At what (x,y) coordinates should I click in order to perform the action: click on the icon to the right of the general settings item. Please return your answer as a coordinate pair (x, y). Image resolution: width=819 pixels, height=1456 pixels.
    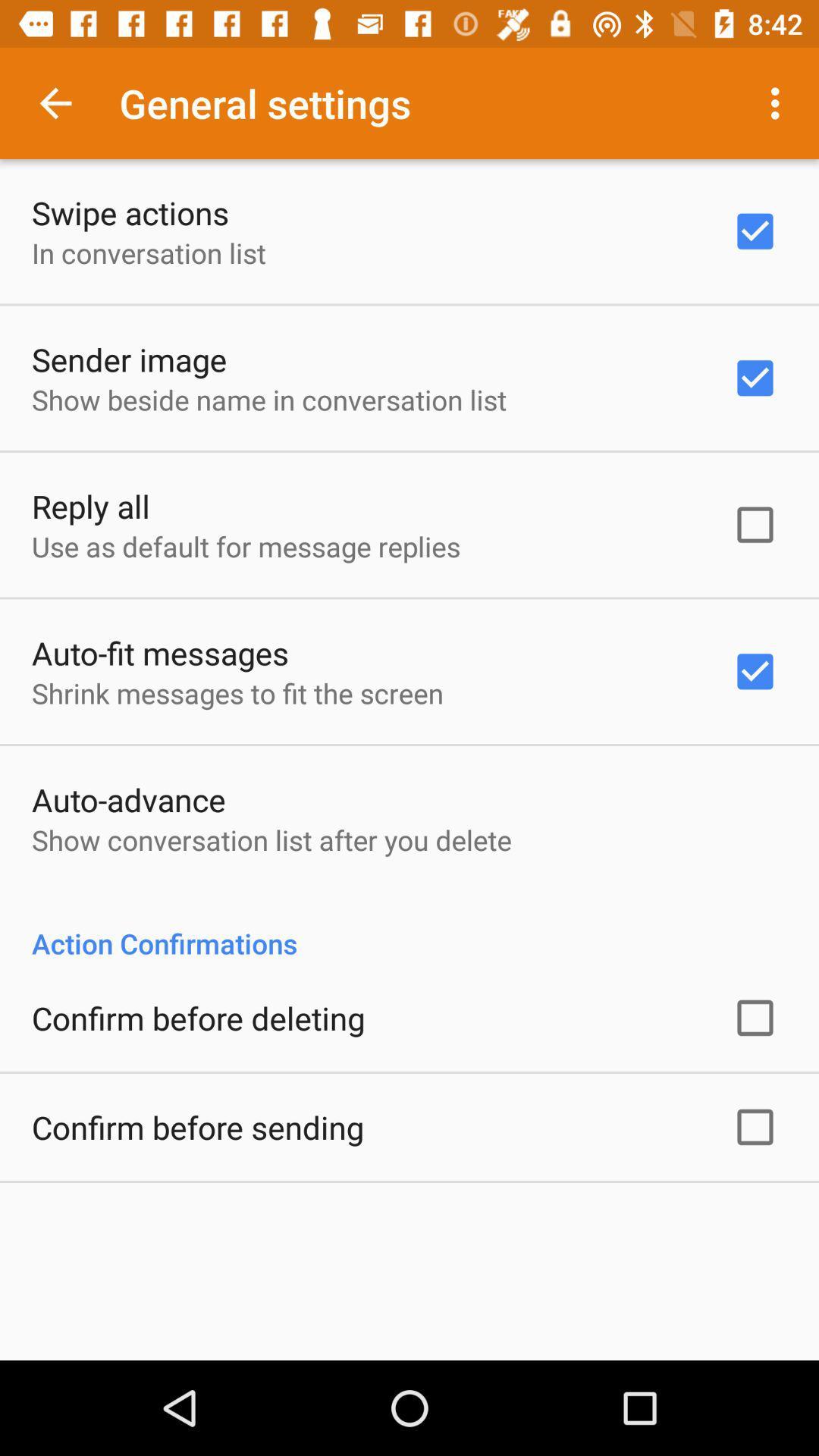
    Looking at the image, I should click on (779, 102).